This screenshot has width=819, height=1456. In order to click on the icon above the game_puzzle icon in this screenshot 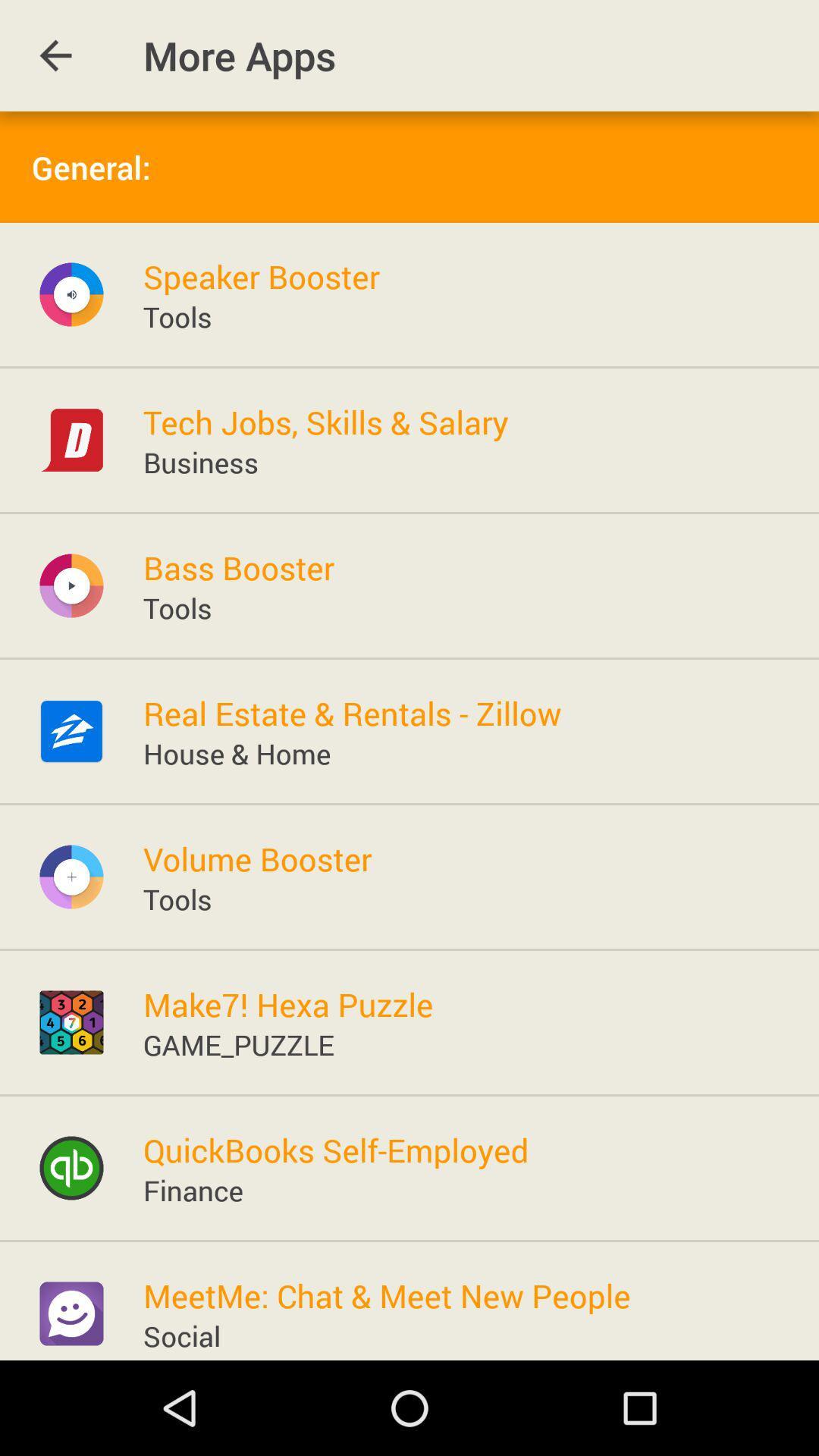, I will do `click(288, 1004)`.